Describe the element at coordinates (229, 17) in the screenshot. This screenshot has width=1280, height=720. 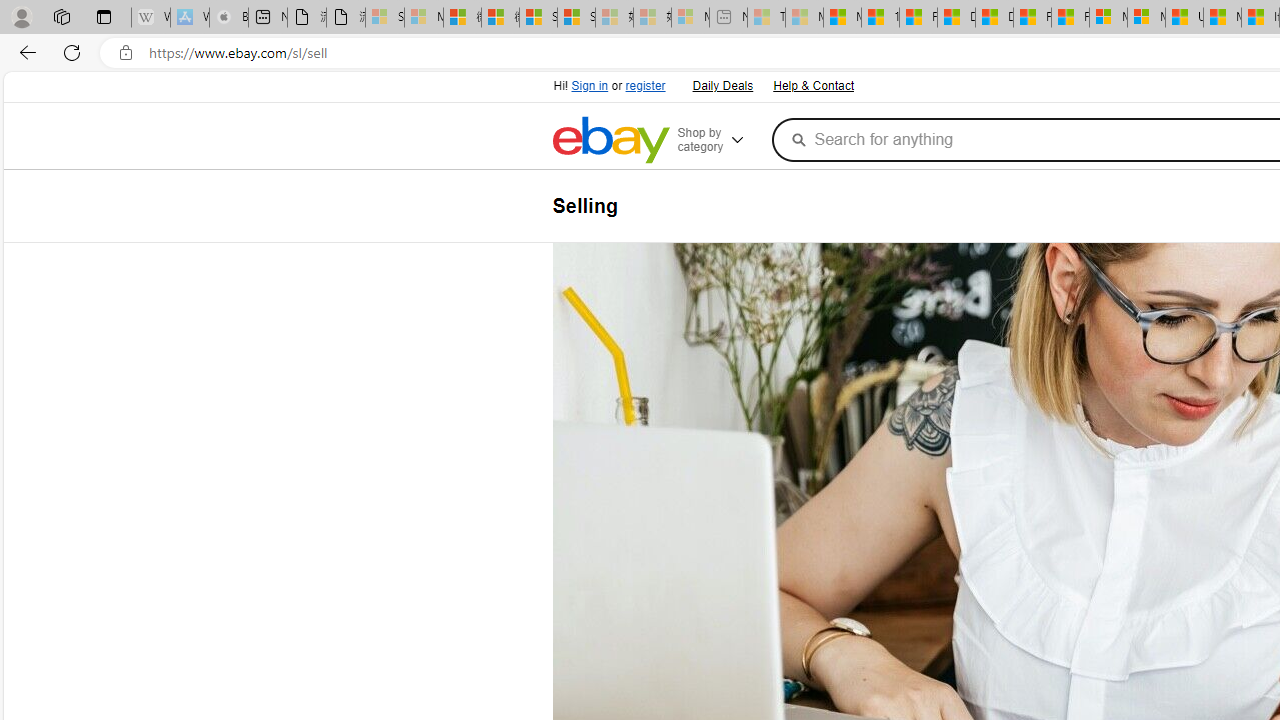
I see `'Buy iPad - Apple - Sleeping'` at that location.